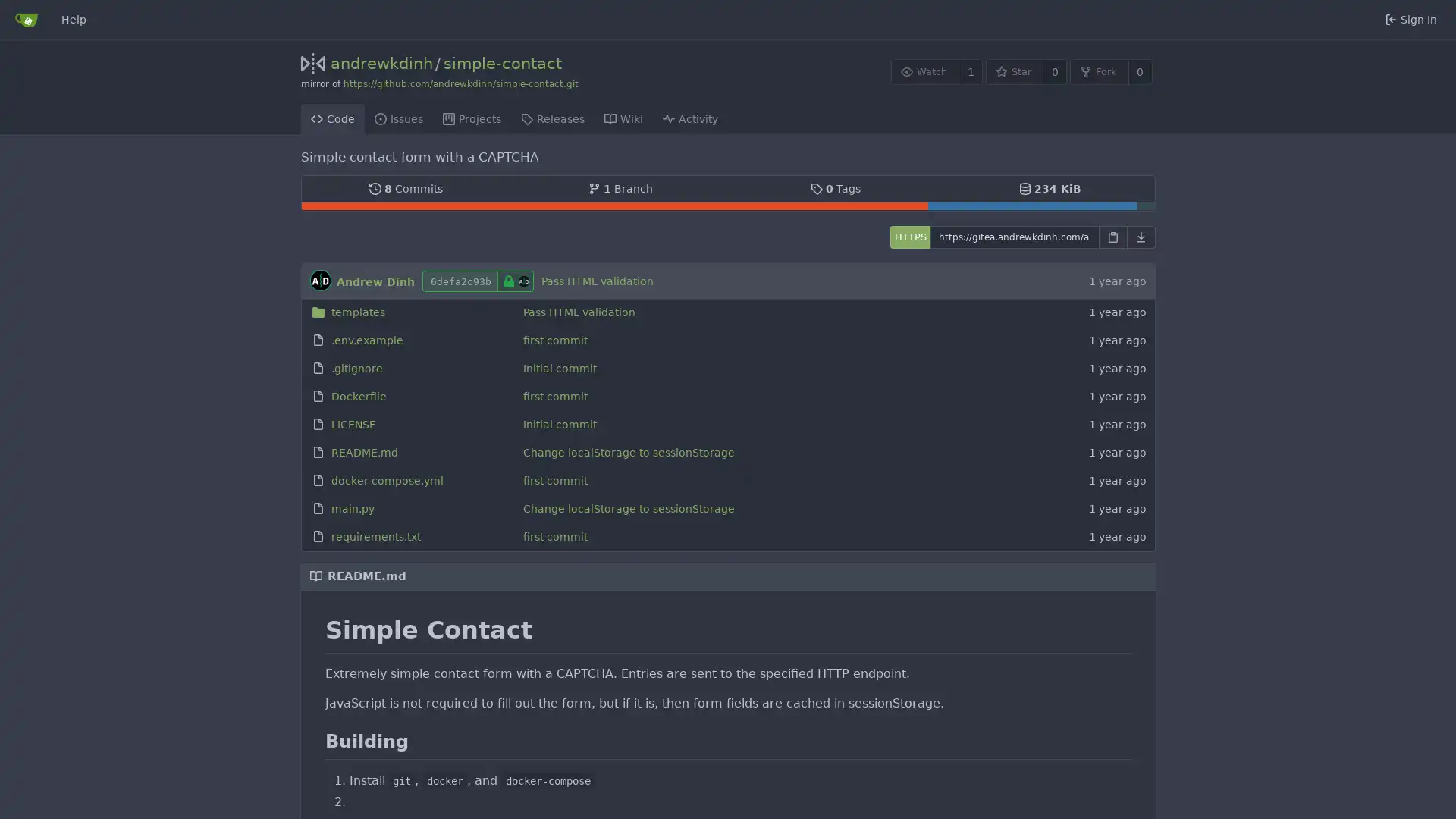 This screenshot has height=819, width=1456. Describe the element at coordinates (1014, 71) in the screenshot. I see `Star` at that location.